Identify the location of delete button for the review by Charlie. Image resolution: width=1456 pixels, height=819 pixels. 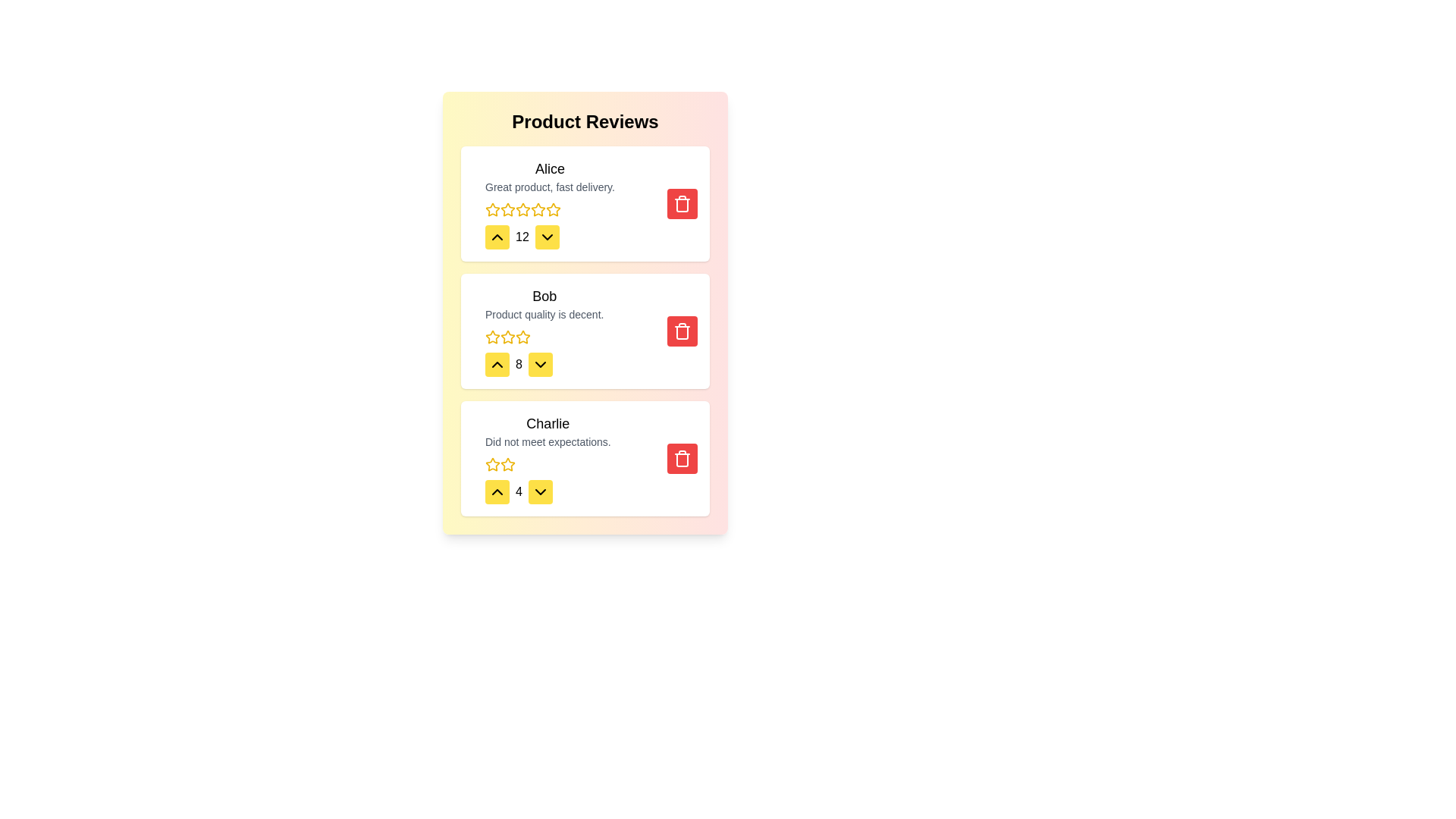
(682, 458).